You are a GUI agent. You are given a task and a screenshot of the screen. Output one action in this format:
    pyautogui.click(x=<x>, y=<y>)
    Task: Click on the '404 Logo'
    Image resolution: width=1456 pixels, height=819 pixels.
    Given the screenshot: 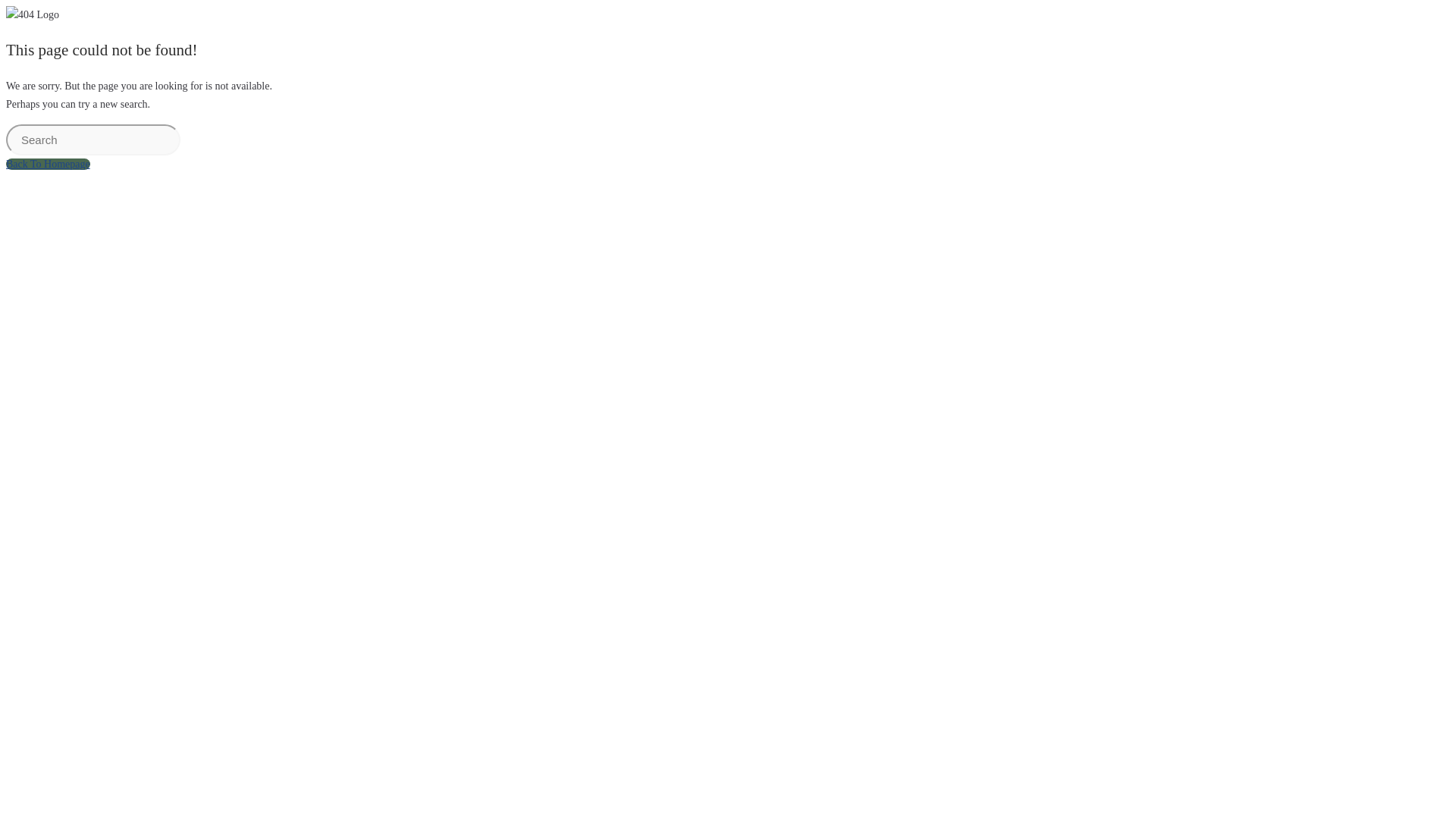 What is the action you would take?
    pyautogui.click(x=33, y=14)
    